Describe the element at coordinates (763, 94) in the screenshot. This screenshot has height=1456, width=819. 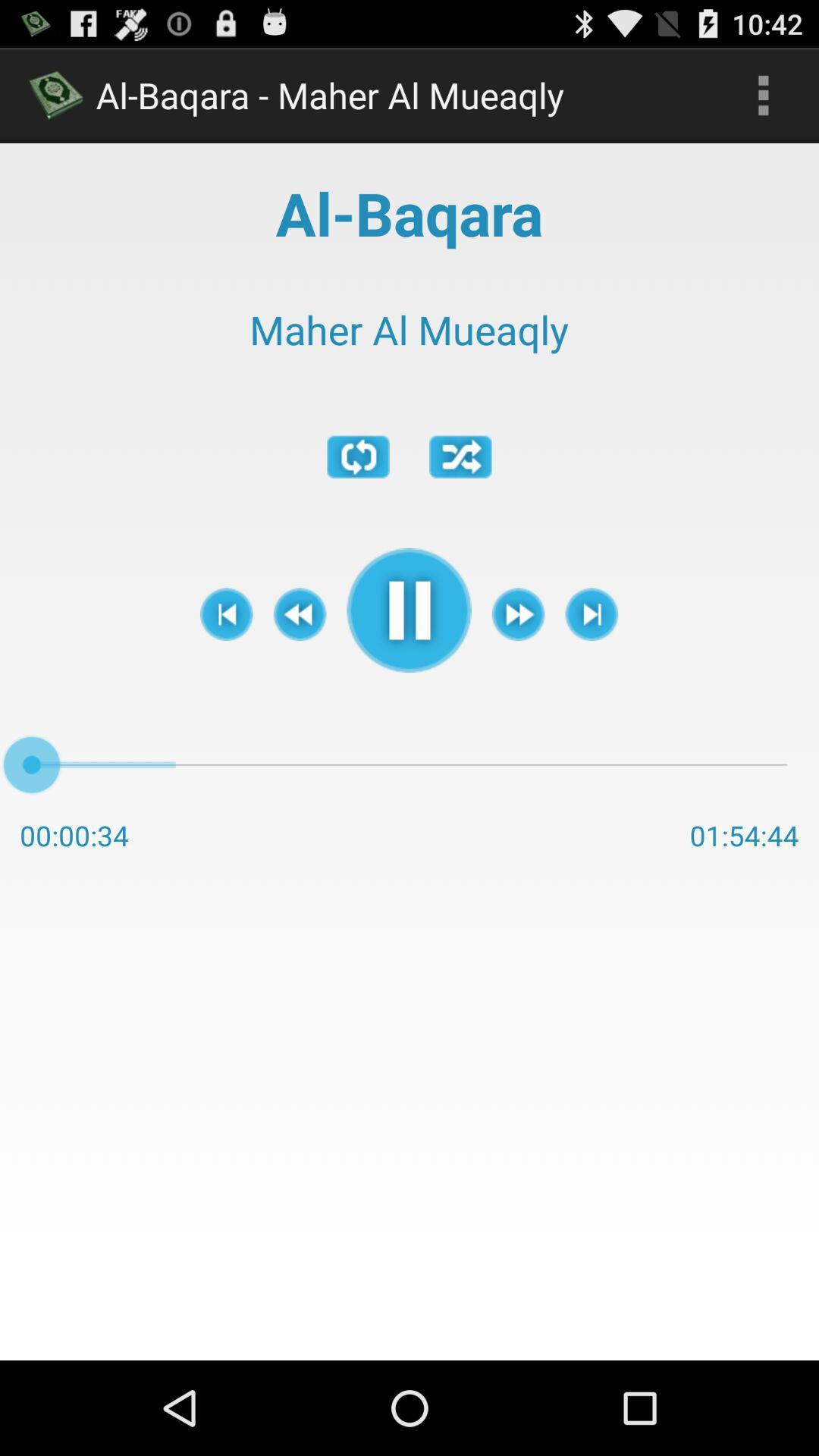
I see `the item next to al baqara maher app` at that location.